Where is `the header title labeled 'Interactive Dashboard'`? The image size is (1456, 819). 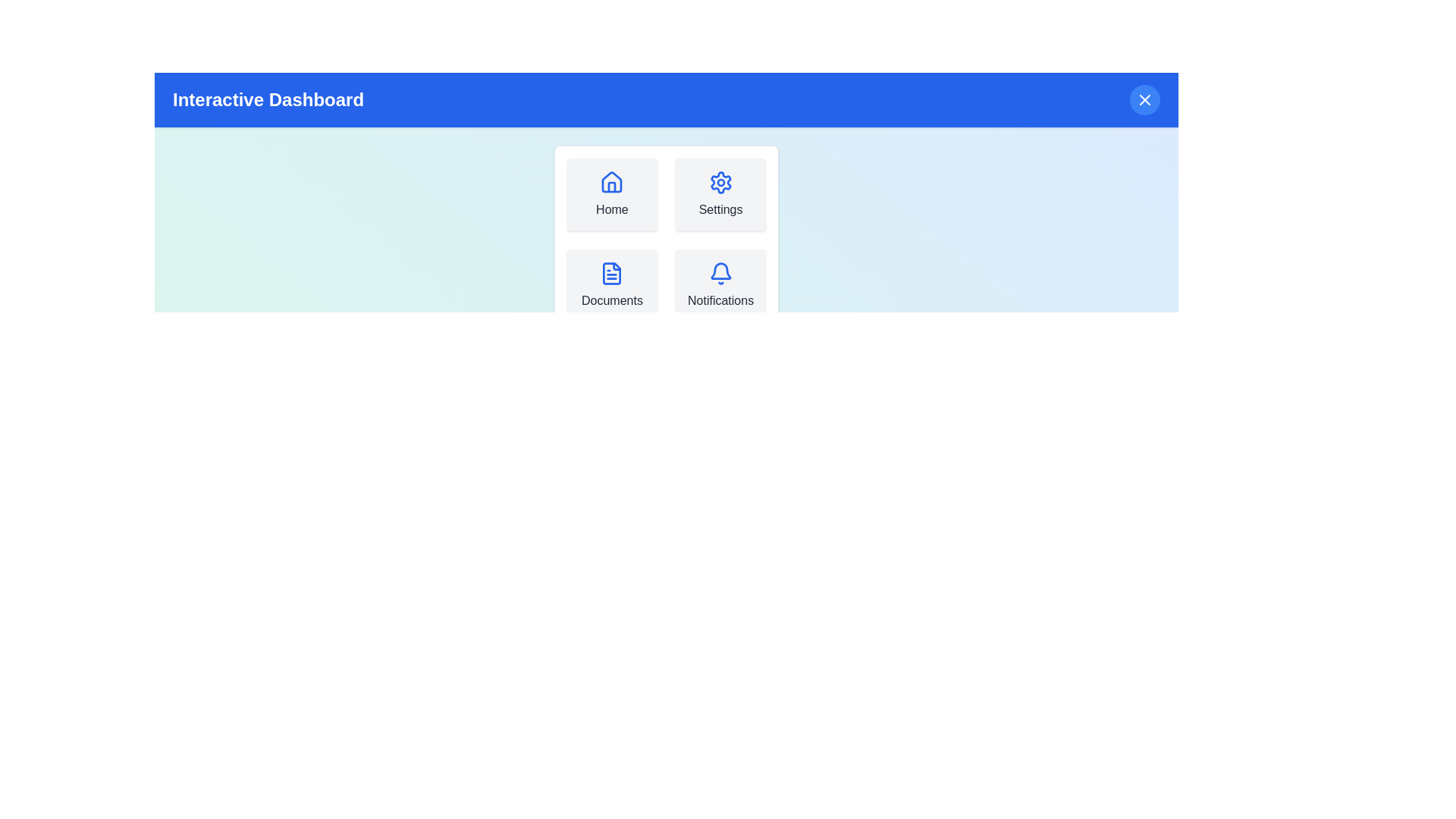 the header title labeled 'Interactive Dashboard' is located at coordinates (268, 99).